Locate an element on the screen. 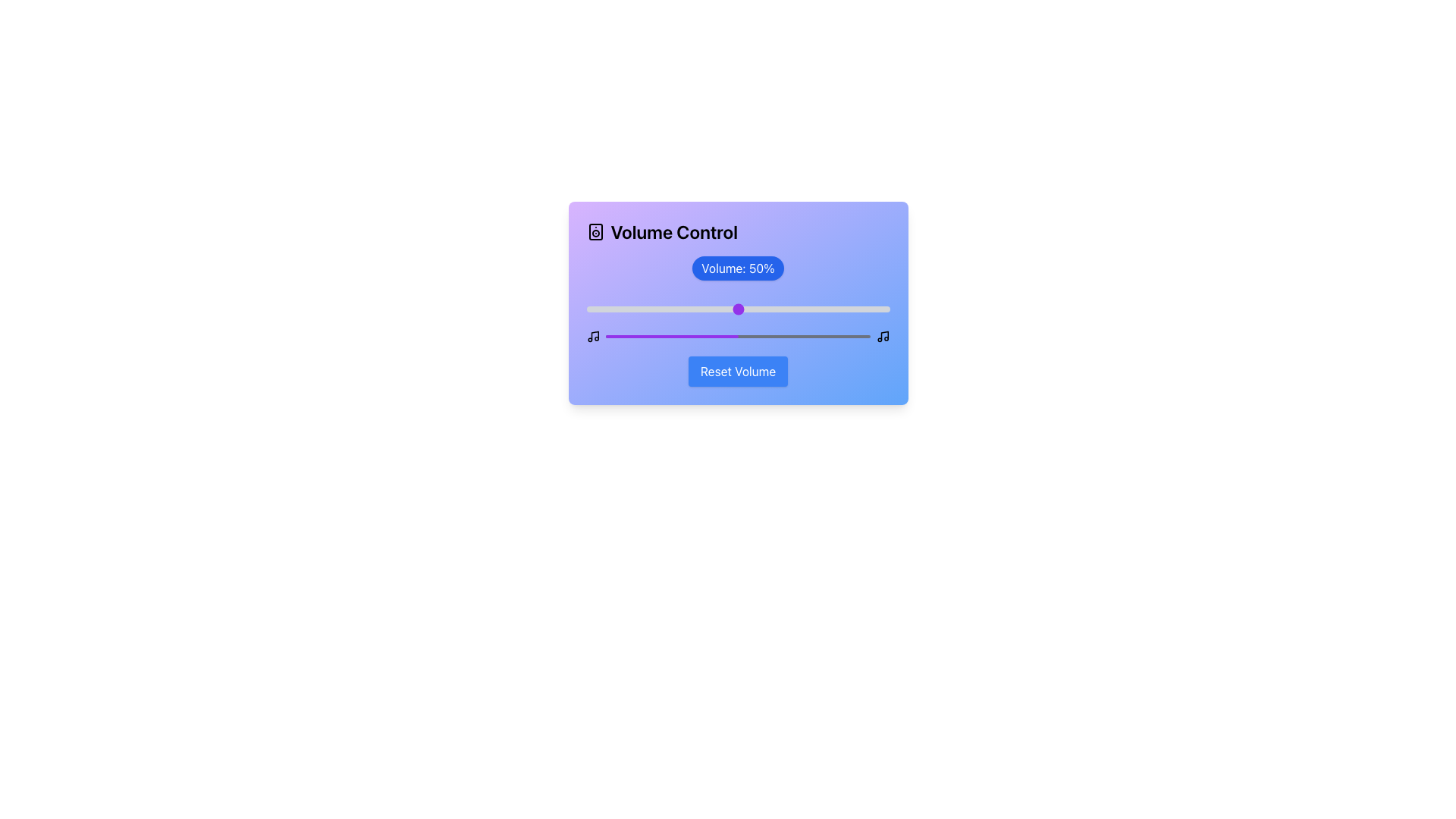 This screenshot has height=819, width=1456. the SVG Rectangle, which is a decorative component of the speaker icon located at the top-left corner of the interface next to the 'Volume Control' title is located at coordinates (595, 231).